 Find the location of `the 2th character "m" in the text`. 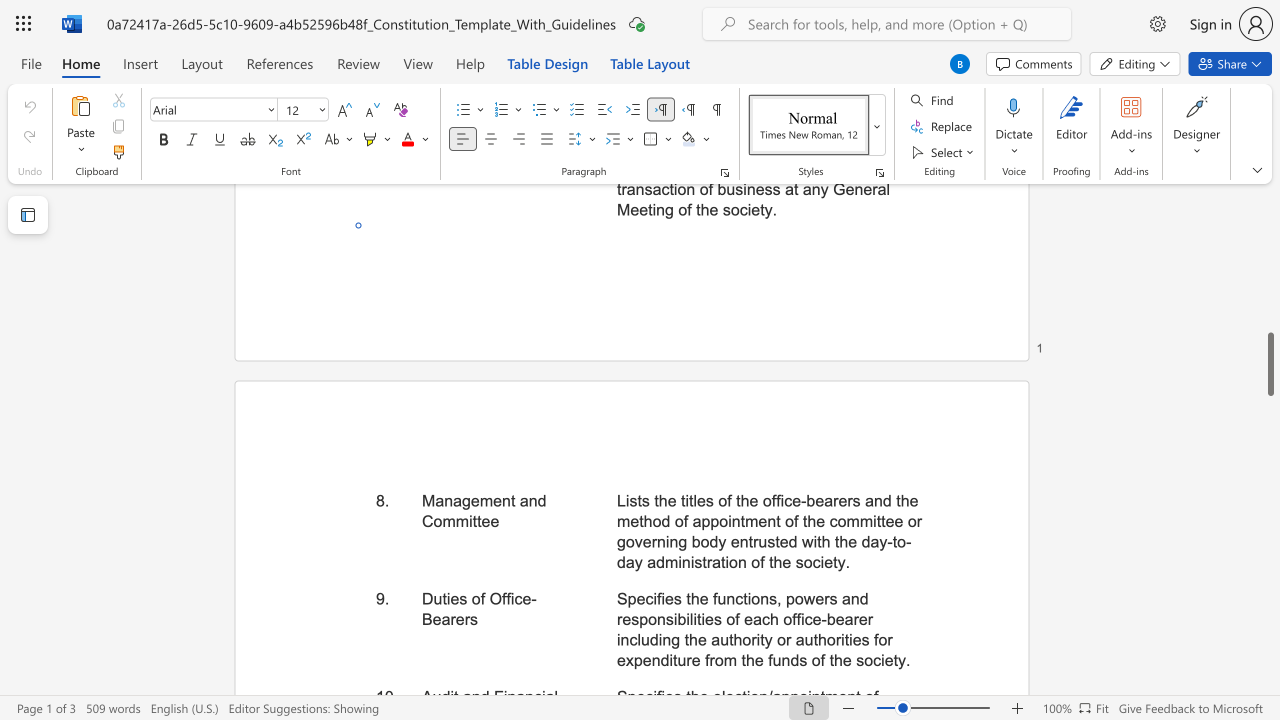

the 2th character "m" in the text is located at coordinates (448, 520).